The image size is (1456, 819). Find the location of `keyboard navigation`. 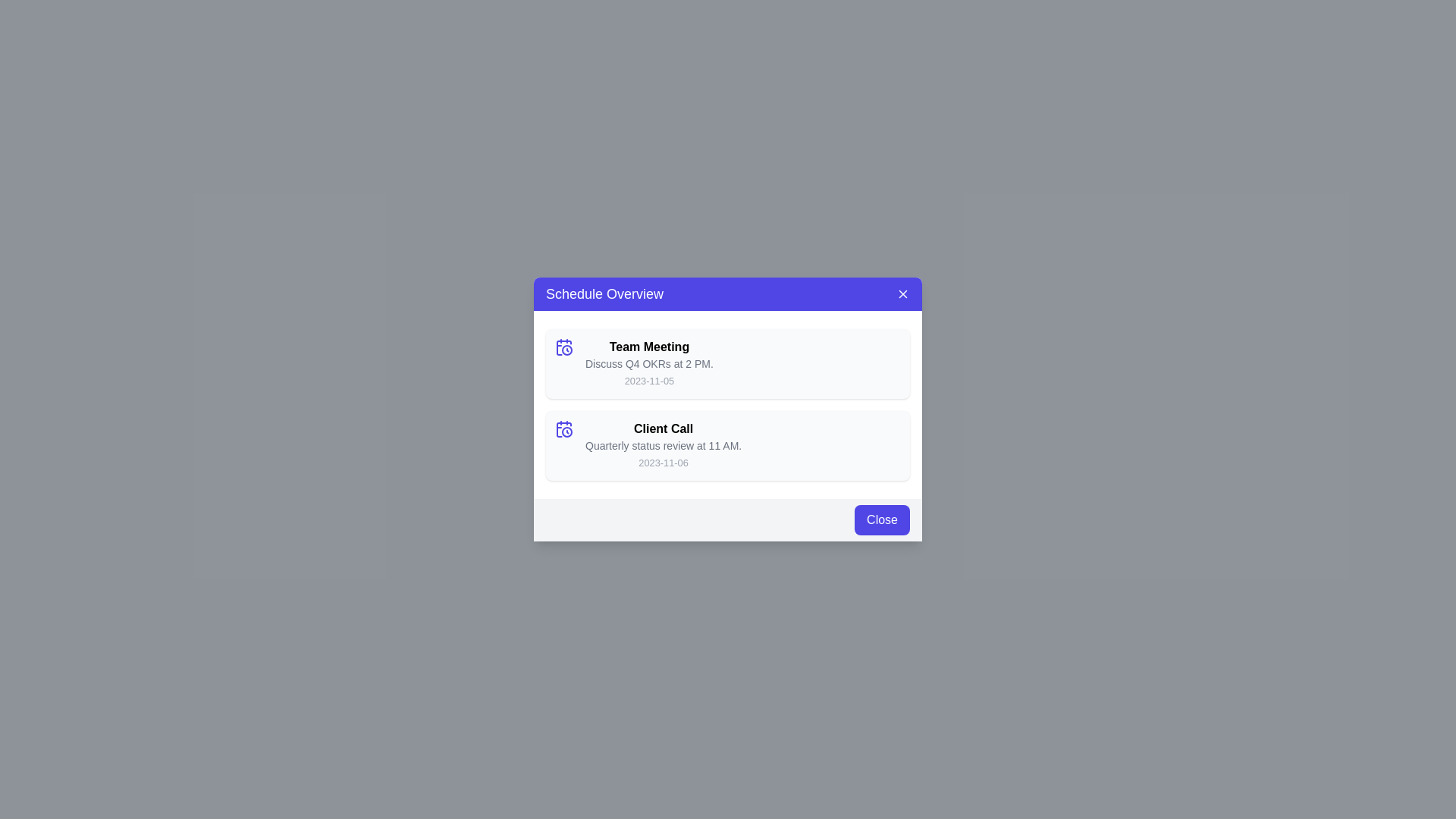

keyboard navigation is located at coordinates (882, 519).